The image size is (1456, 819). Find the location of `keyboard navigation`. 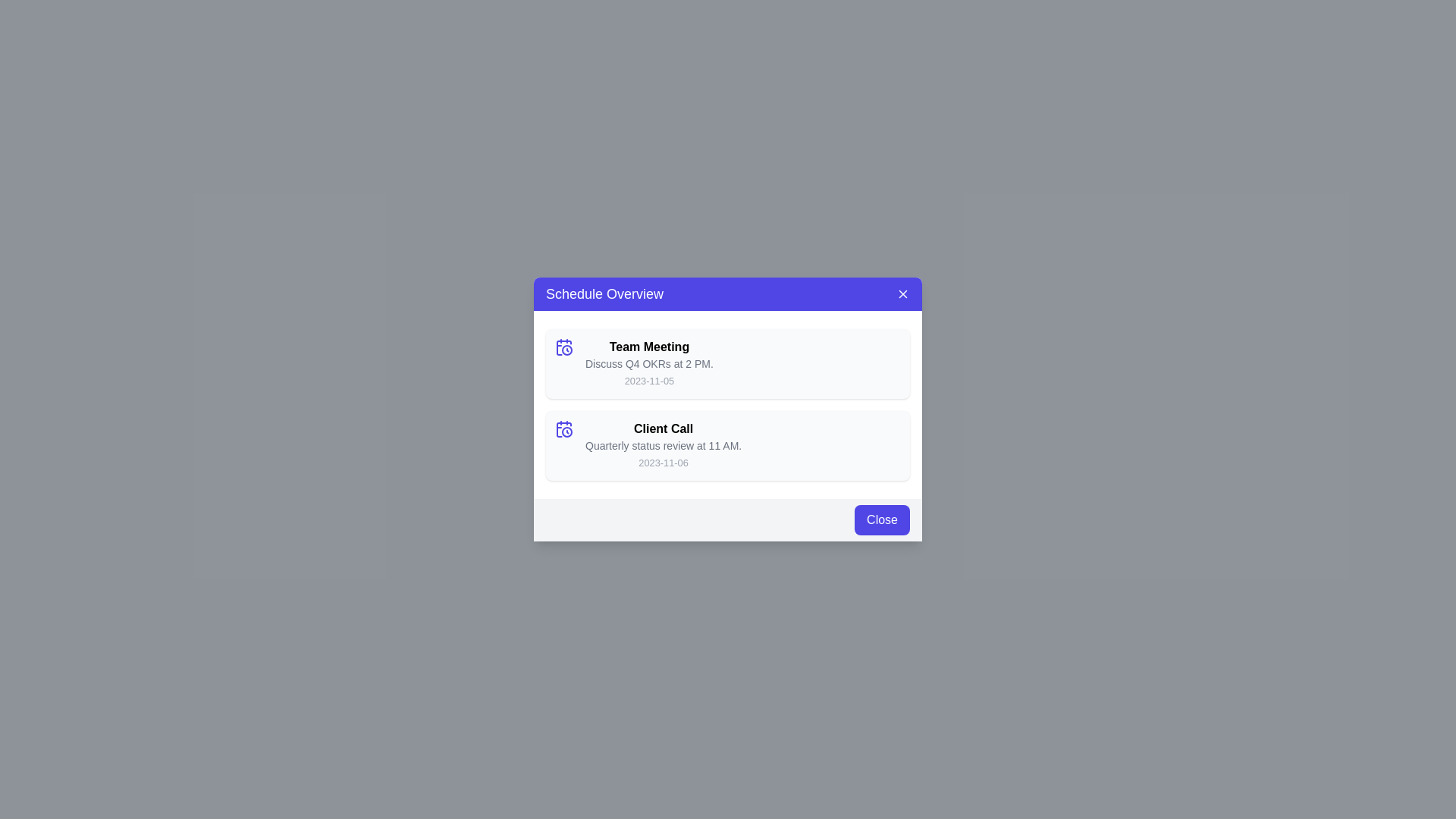

keyboard navigation is located at coordinates (882, 519).